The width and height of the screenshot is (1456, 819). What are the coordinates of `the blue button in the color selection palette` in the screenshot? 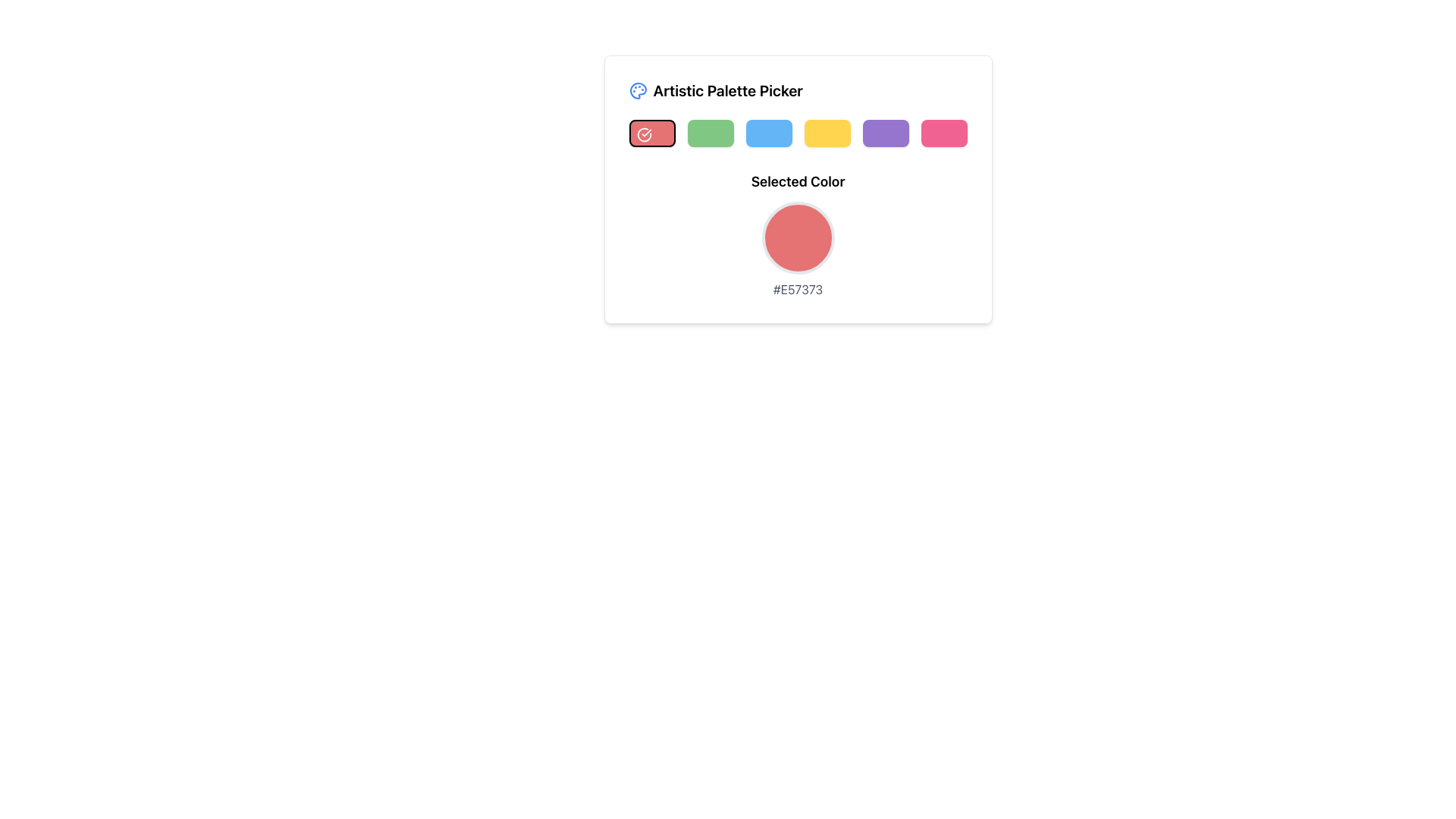 It's located at (768, 133).